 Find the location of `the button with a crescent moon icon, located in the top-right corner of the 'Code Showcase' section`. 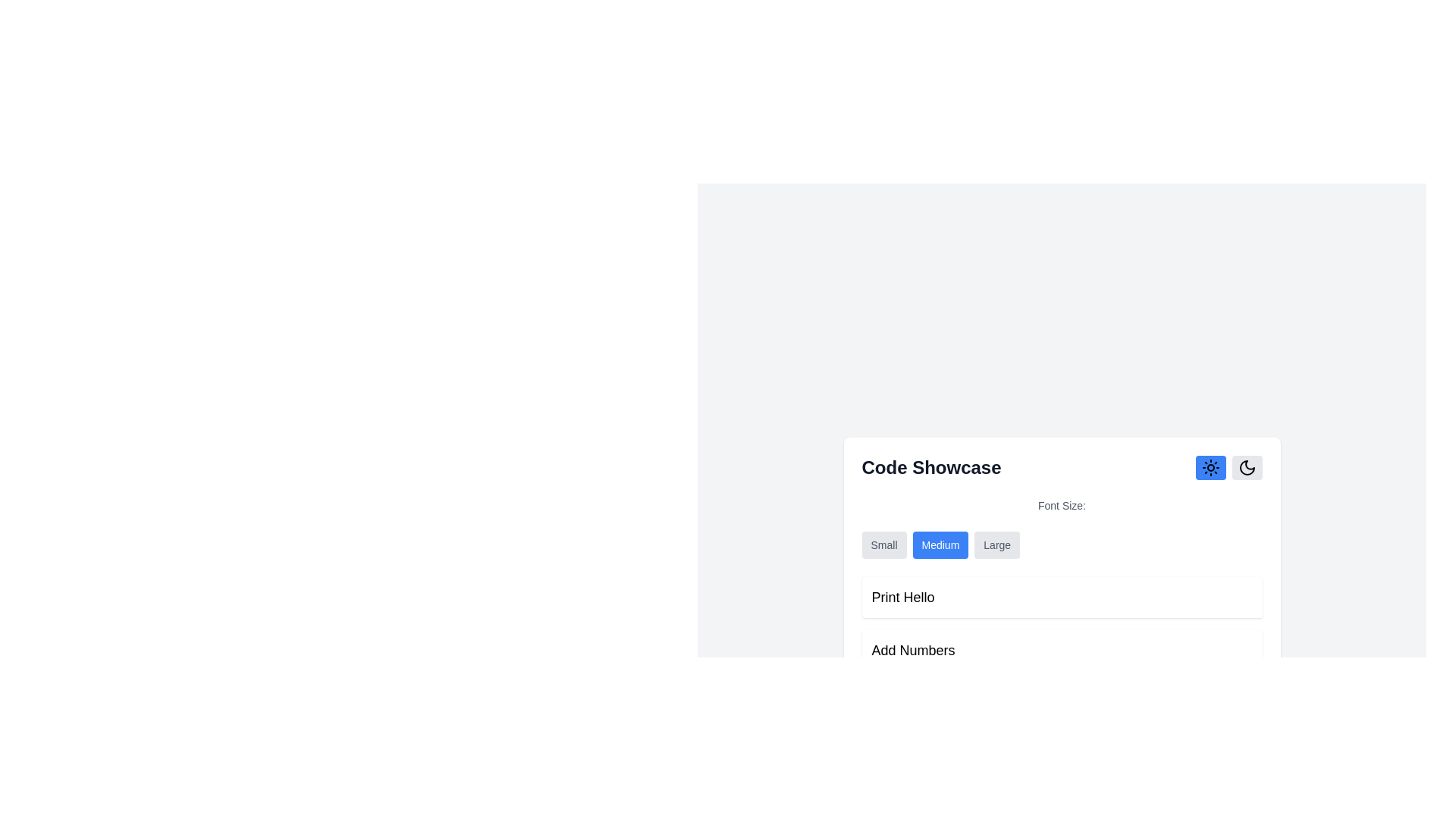

the button with a crescent moon icon, located in the top-right corner of the 'Code Showcase' section is located at coordinates (1247, 467).